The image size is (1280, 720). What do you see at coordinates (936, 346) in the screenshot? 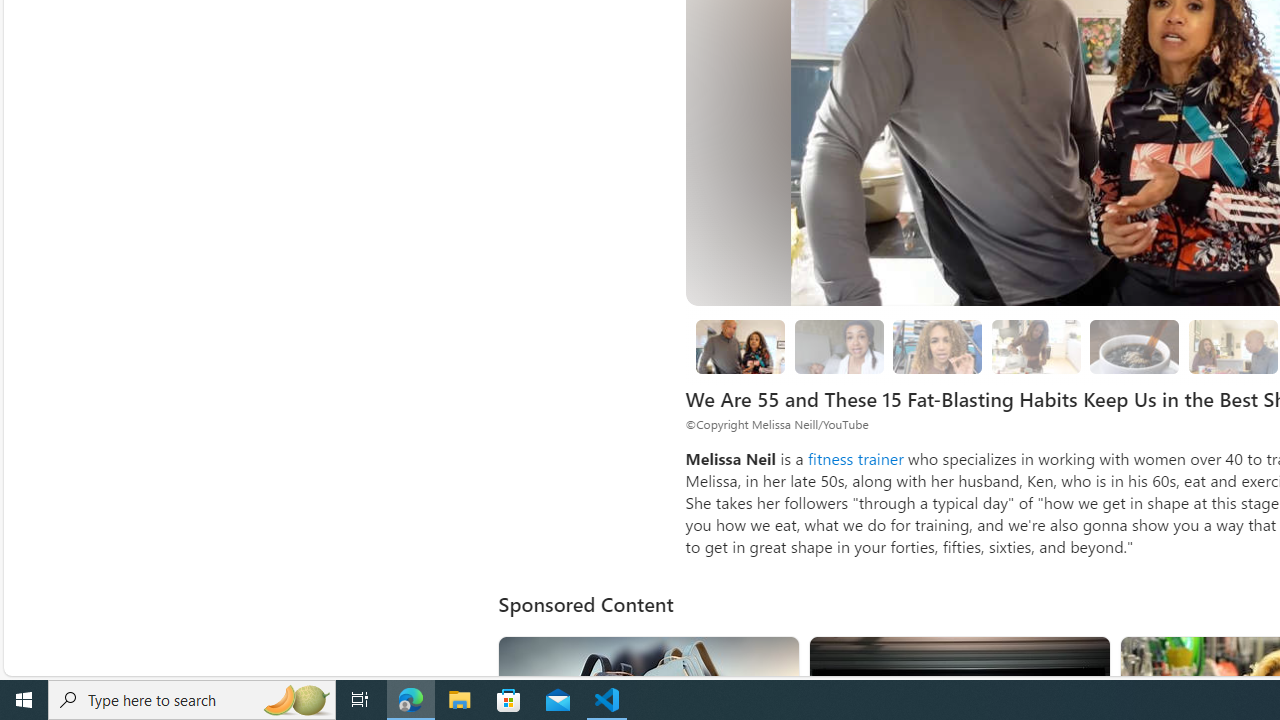
I see `'2 They Use Protein Powder for Flavor'` at bounding box center [936, 346].